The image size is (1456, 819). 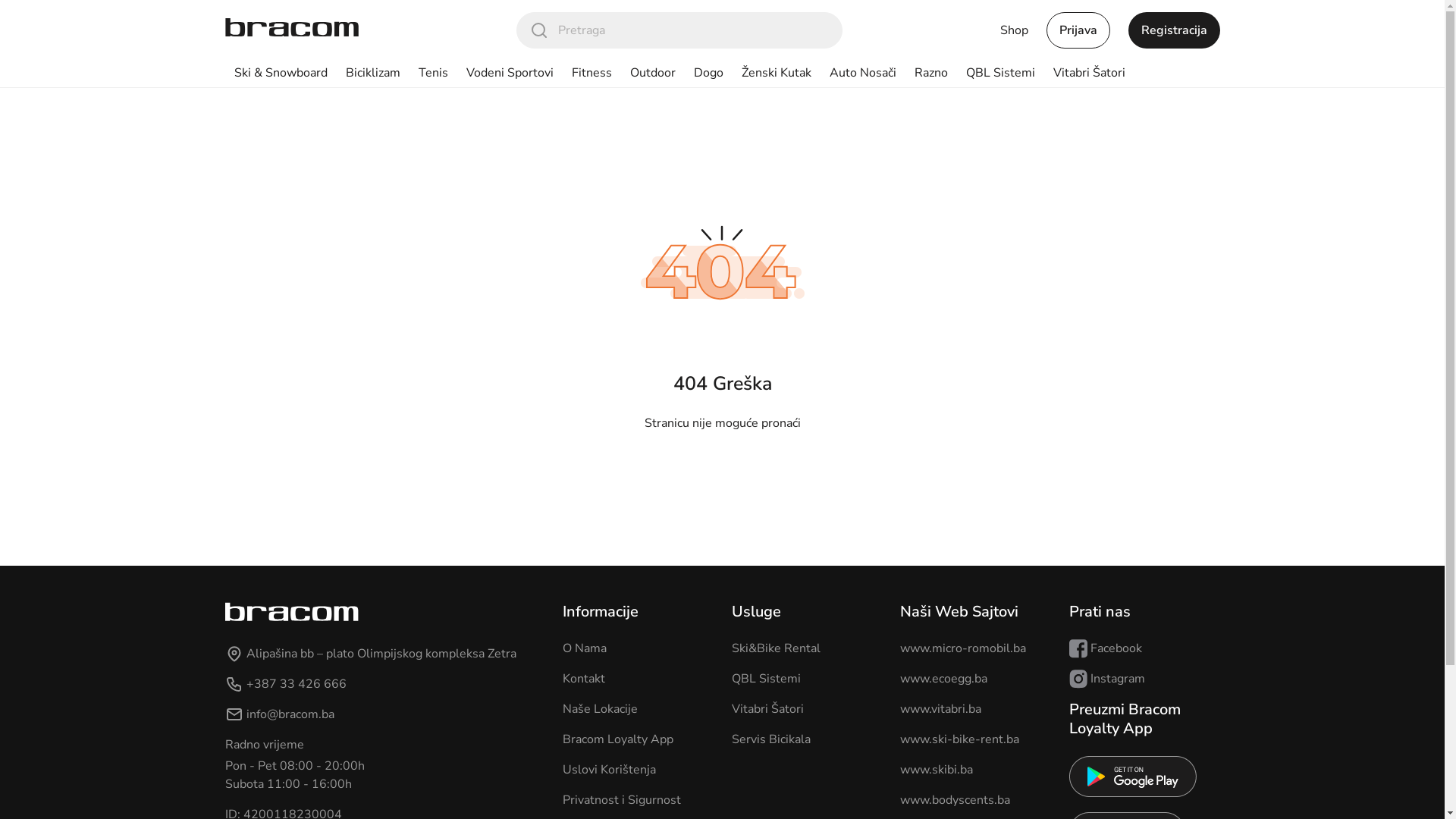 I want to click on 'www.ecoegg.ba', so click(x=943, y=677).